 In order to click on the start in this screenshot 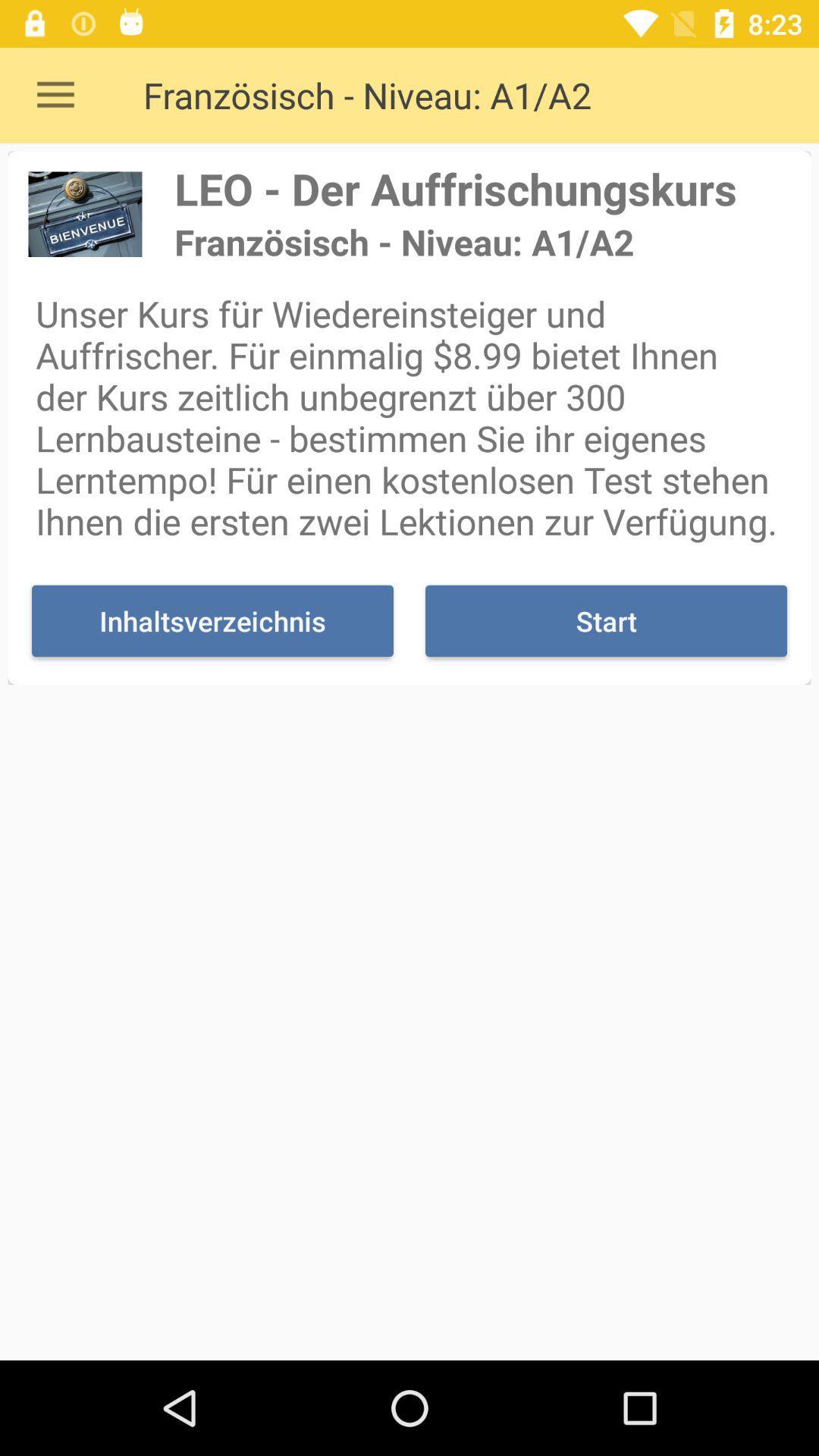, I will do `click(605, 621)`.